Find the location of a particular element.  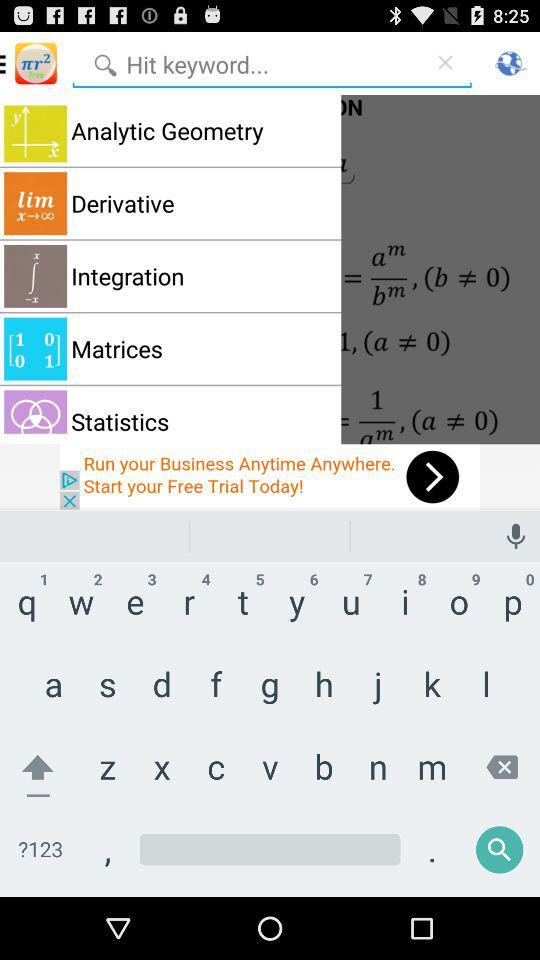

search is located at coordinates (247, 61).